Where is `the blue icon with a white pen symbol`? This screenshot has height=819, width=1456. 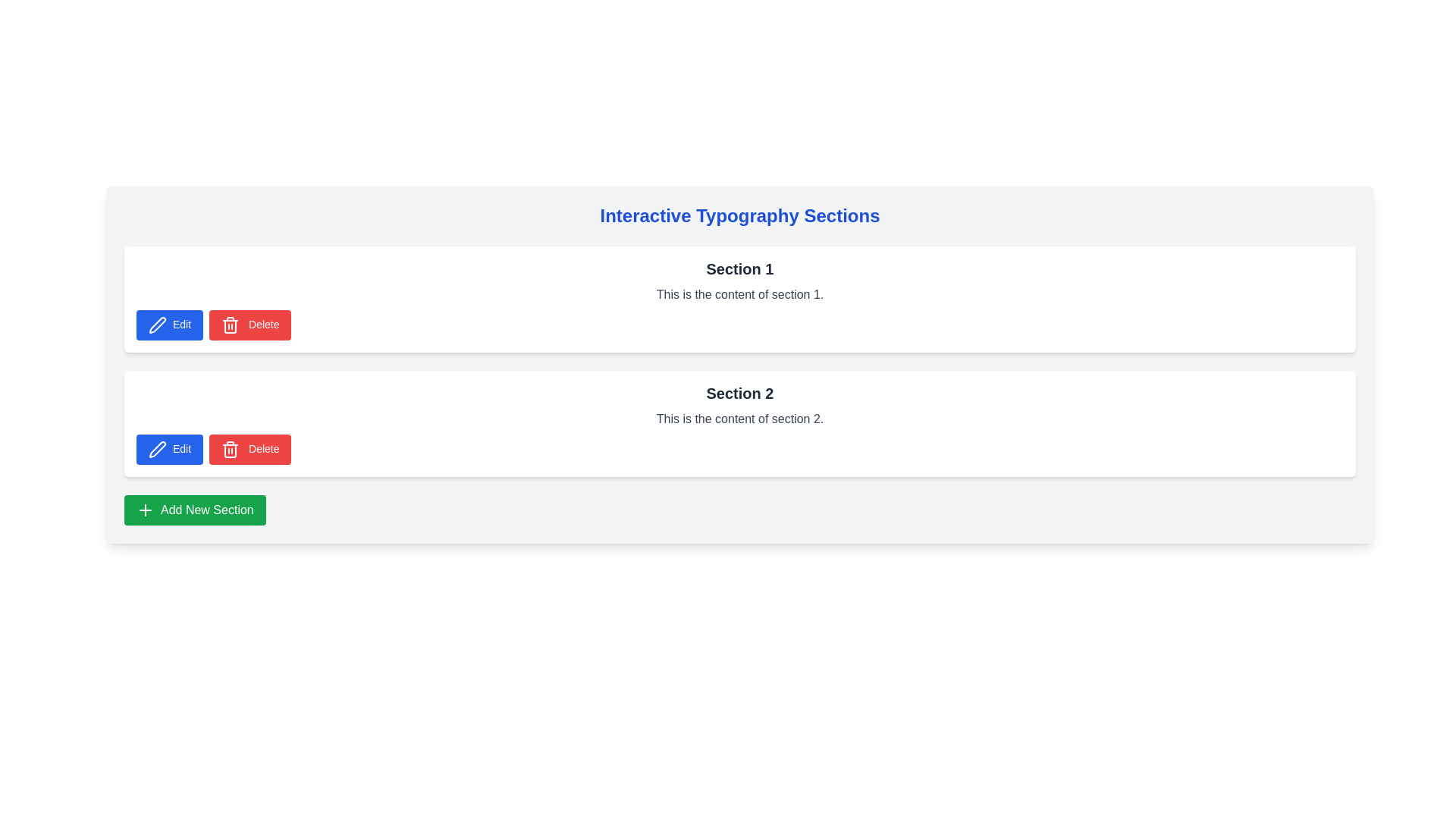 the blue icon with a white pen symbol is located at coordinates (156, 324).